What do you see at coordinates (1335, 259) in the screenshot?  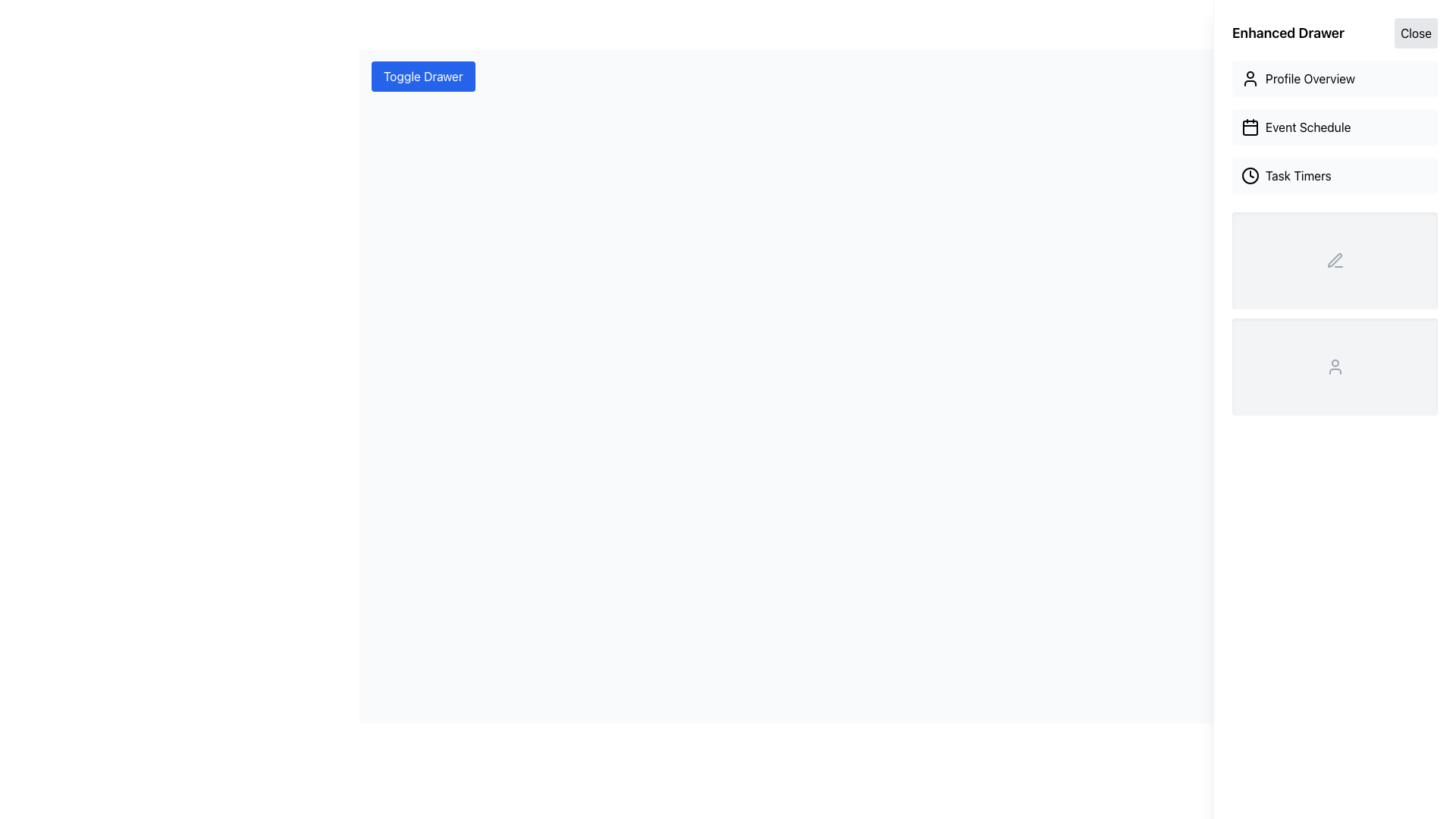 I see `the first rectangular block in the right-hand sidebar that contains a pen icon, which symbolizes edit actions` at bounding box center [1335, 259].